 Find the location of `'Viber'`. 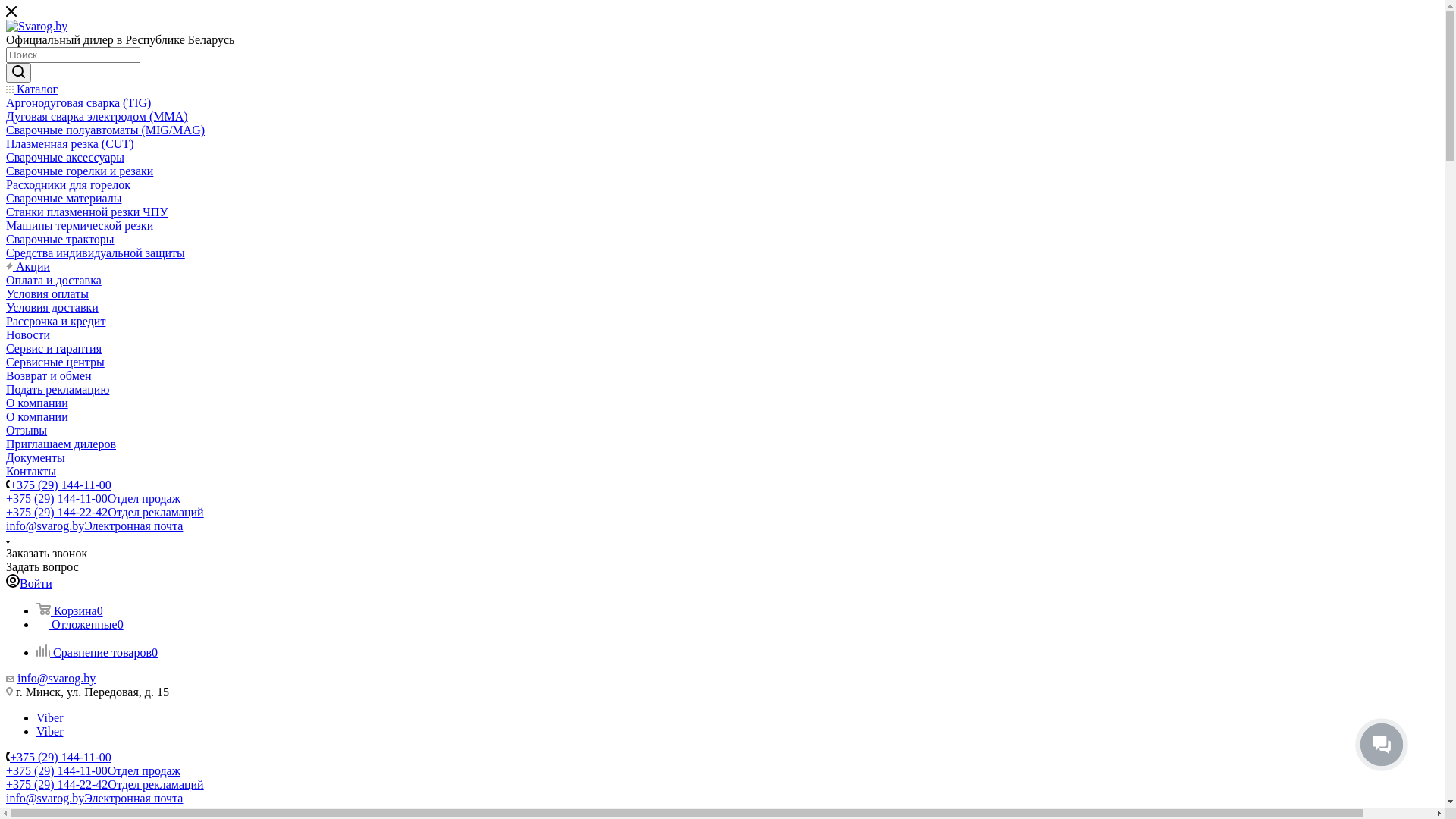

'Viber' is located at coordinates (49, 717).